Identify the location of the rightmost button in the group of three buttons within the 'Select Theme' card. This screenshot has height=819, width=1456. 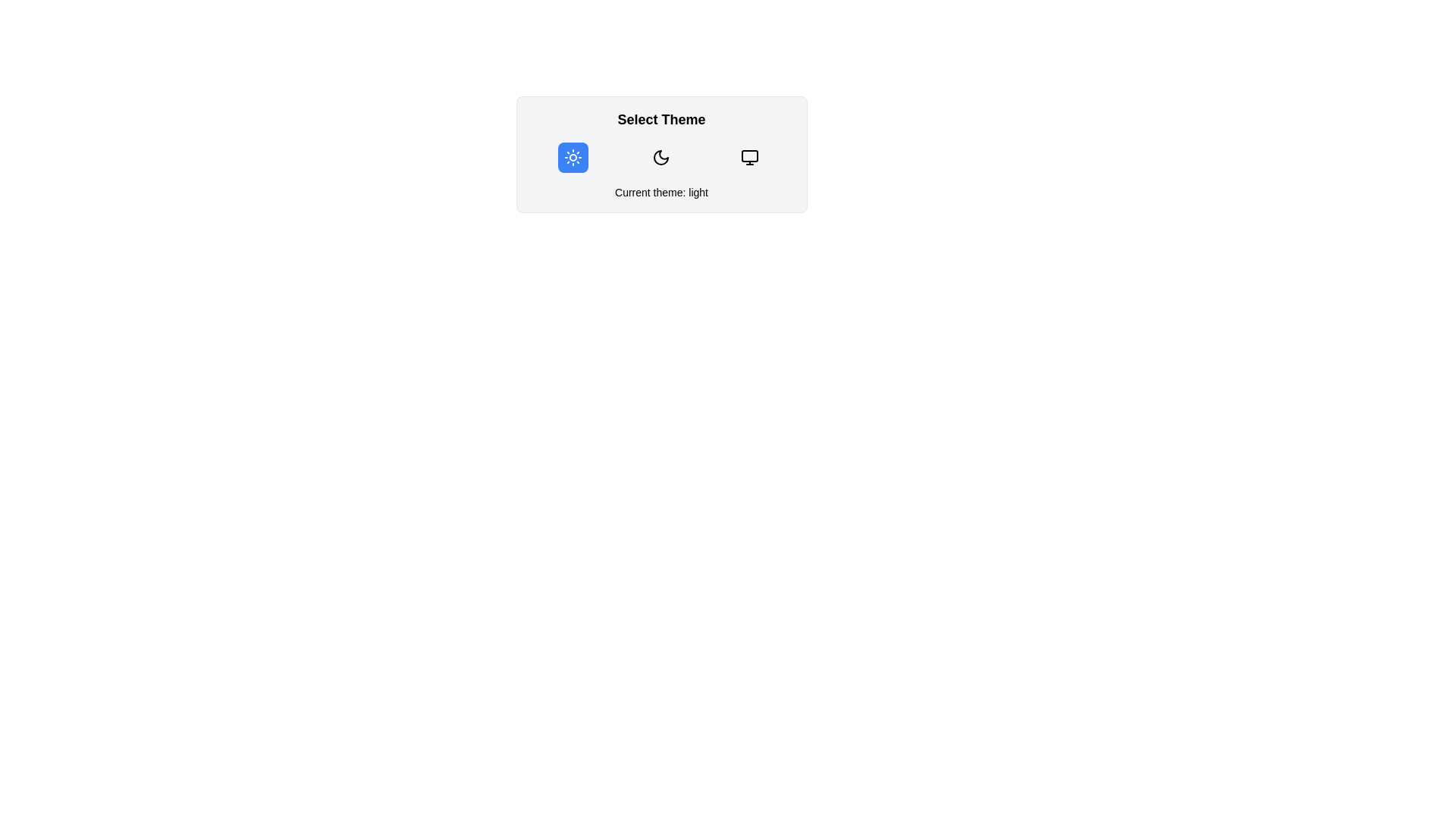
(750, 158).